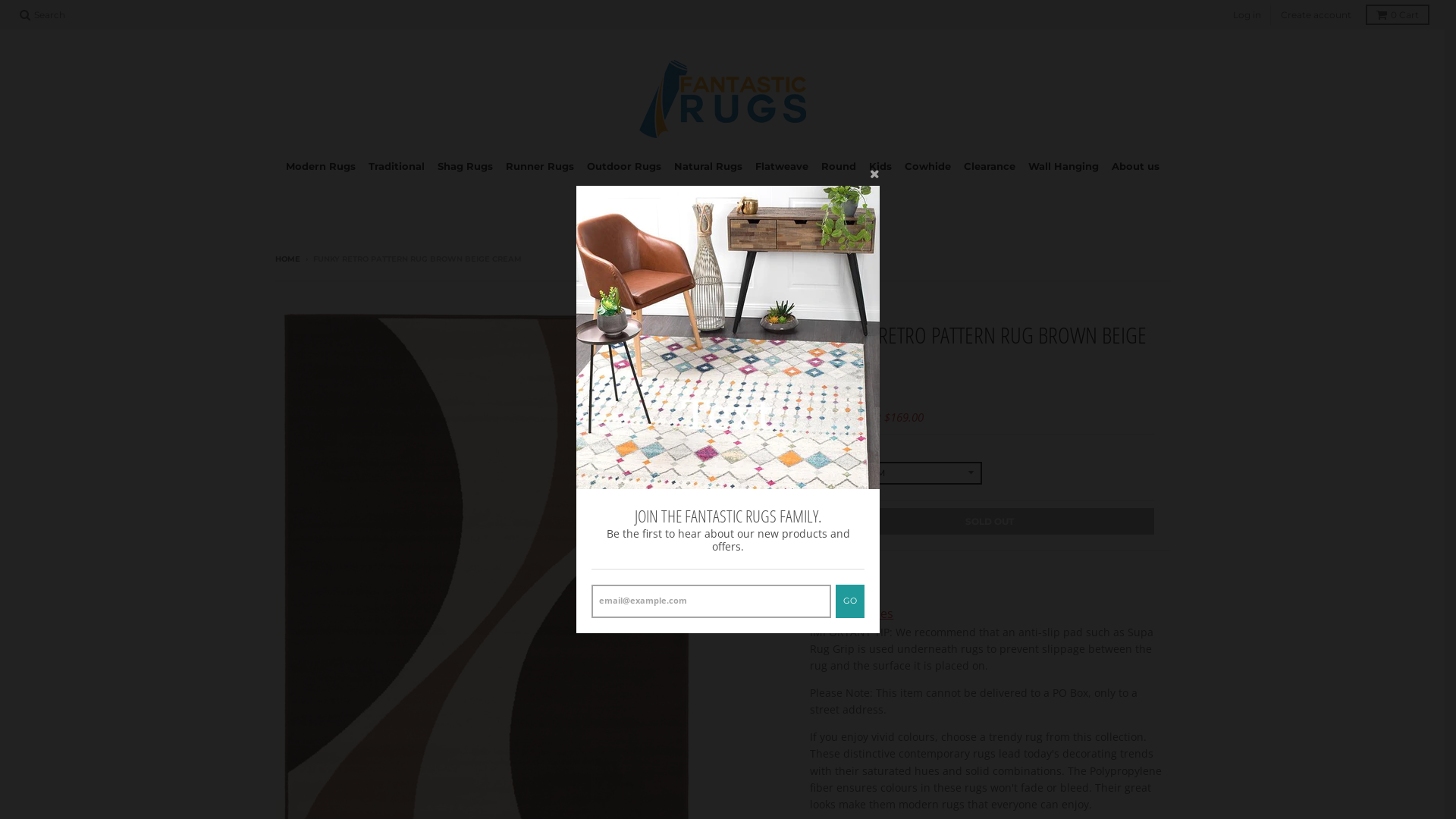 The width and height of the screenshot is (1456, 819). What do you see at coordinates (623, 166) in the screenshot?
I see `'Outdoor Rugs'` at bounding box center [623, 166].